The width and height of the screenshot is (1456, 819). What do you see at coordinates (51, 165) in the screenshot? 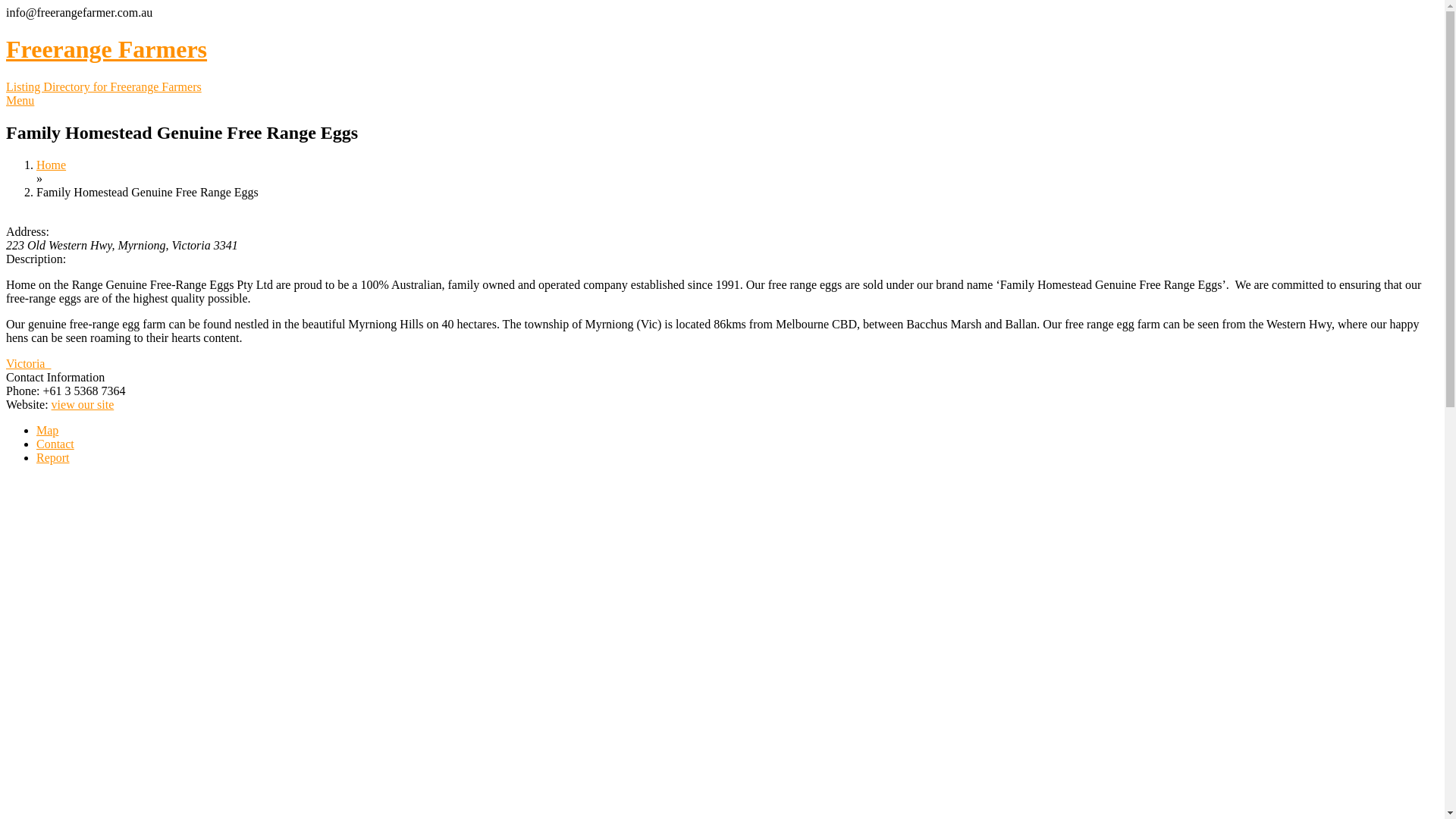
I see `'Home'` at bounding box center [51, 165].